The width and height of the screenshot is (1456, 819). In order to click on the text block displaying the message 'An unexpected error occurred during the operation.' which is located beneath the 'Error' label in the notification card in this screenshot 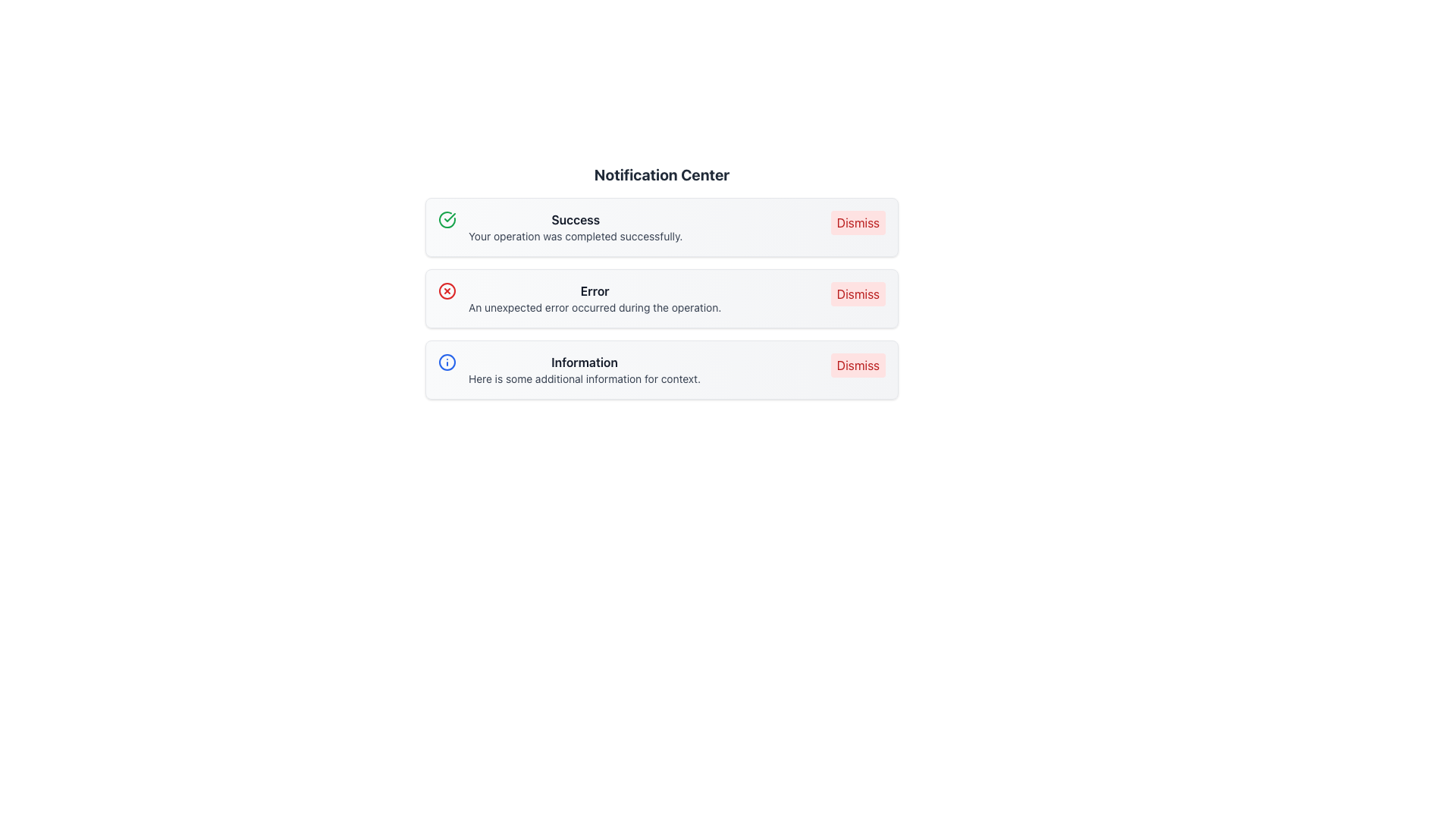, I will do `click(594, 307)`.